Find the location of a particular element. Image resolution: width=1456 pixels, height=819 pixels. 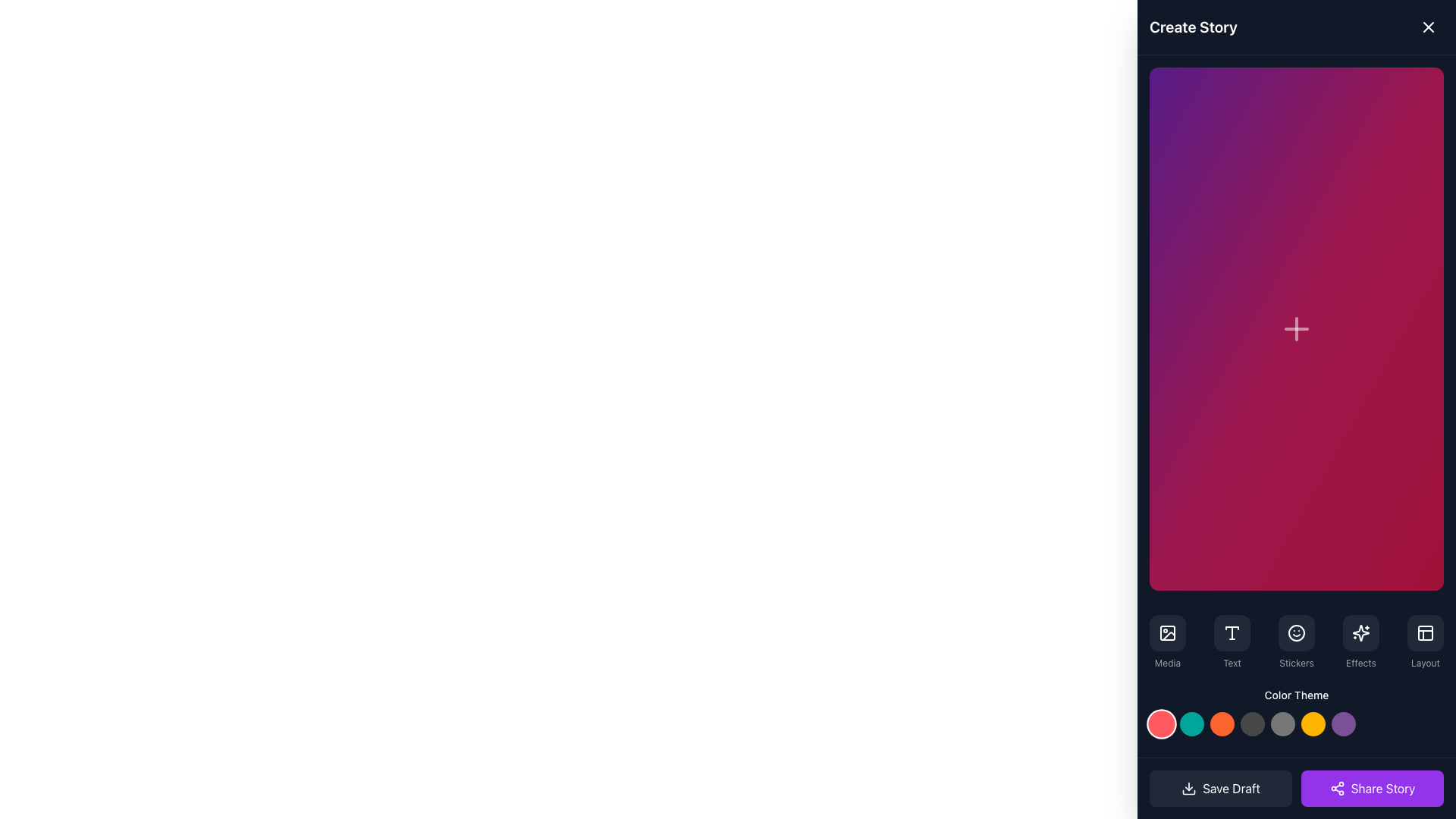

the vibrant orange-yellow circular button, which is the sixth in a row of seven buttons for color theme selection is located at coordinates (1313, 722).